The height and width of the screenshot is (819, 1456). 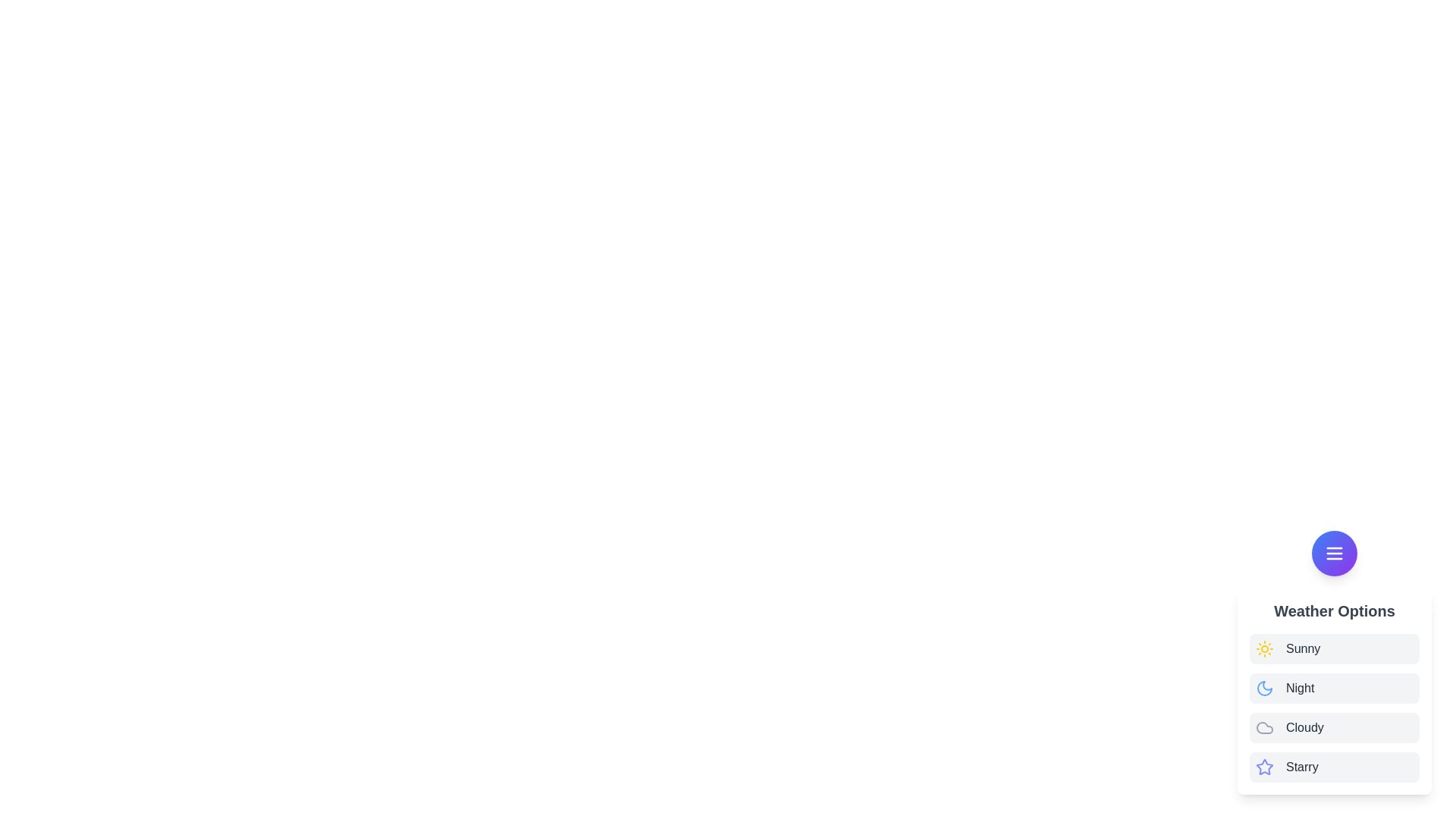 I want to click on the weather option Cloudy from the list, so click(x=1335, y=727).